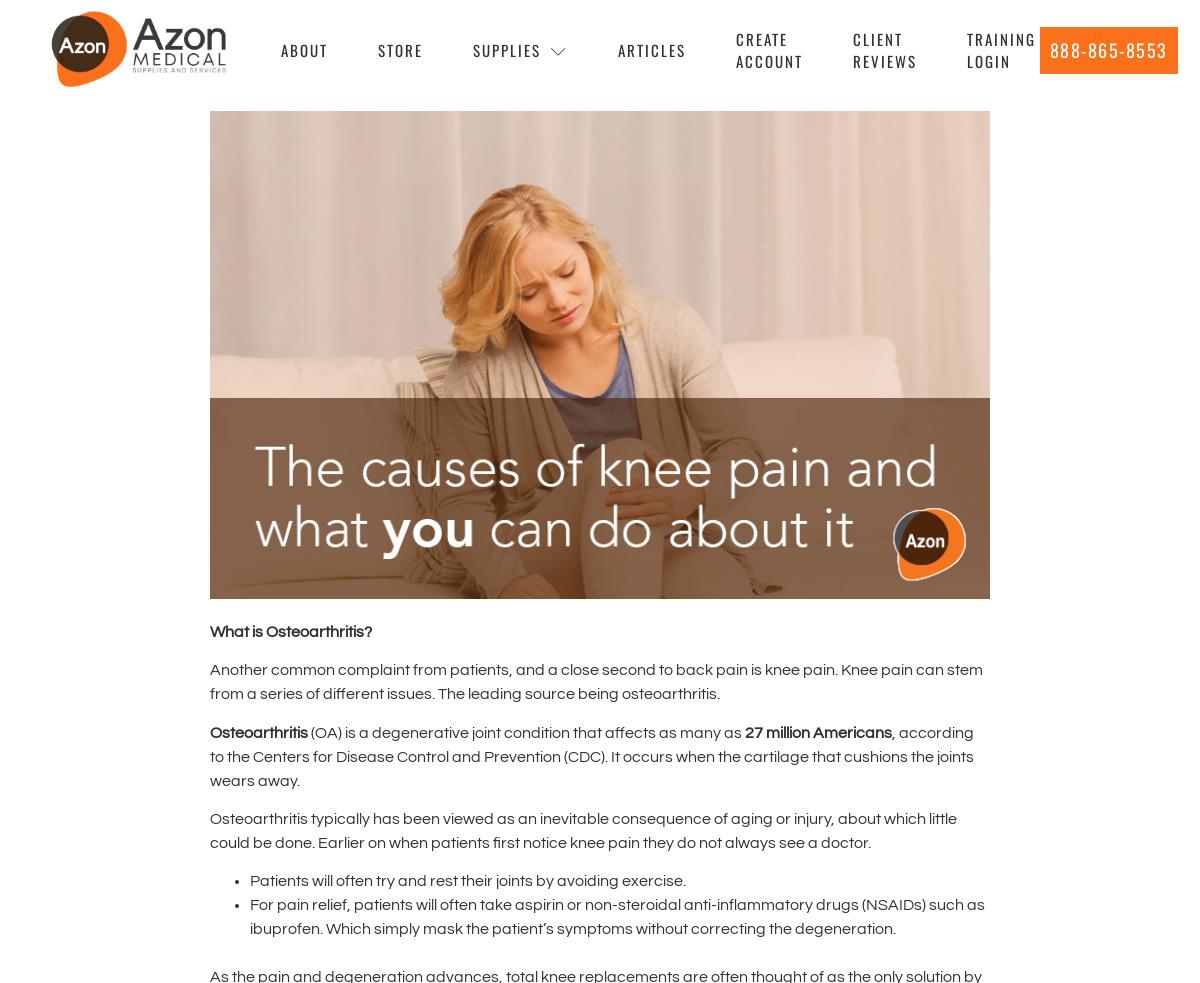 This screenshot has height=983, width=1200. What do you see at coordinates (817, 731) in the screenshot?
I see `'27 million Americans'` at bounding box center [817, 731].